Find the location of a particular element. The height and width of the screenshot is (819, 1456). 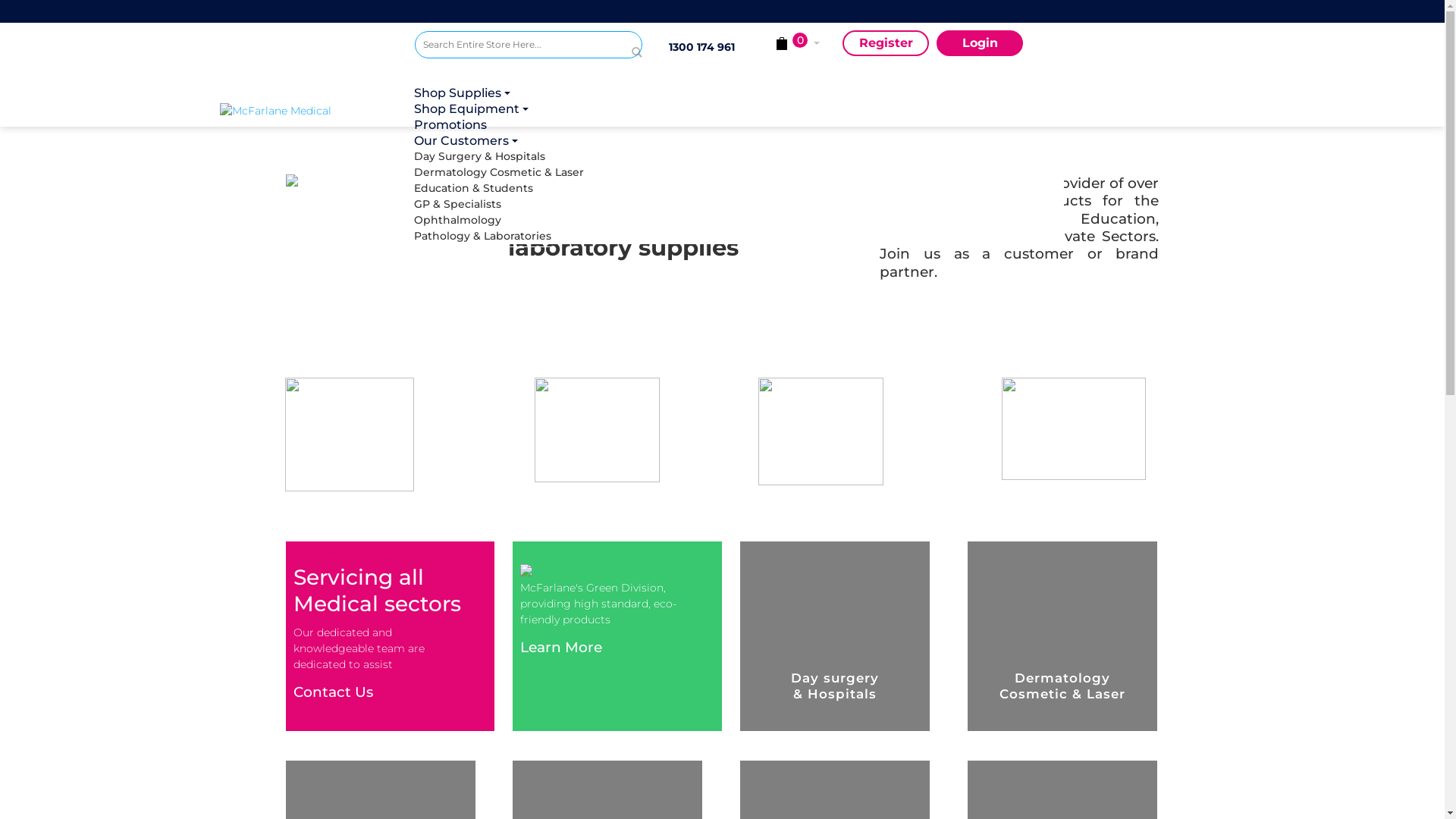

'Day Surgery & Hospitals' is located at coordinates (414, 156).